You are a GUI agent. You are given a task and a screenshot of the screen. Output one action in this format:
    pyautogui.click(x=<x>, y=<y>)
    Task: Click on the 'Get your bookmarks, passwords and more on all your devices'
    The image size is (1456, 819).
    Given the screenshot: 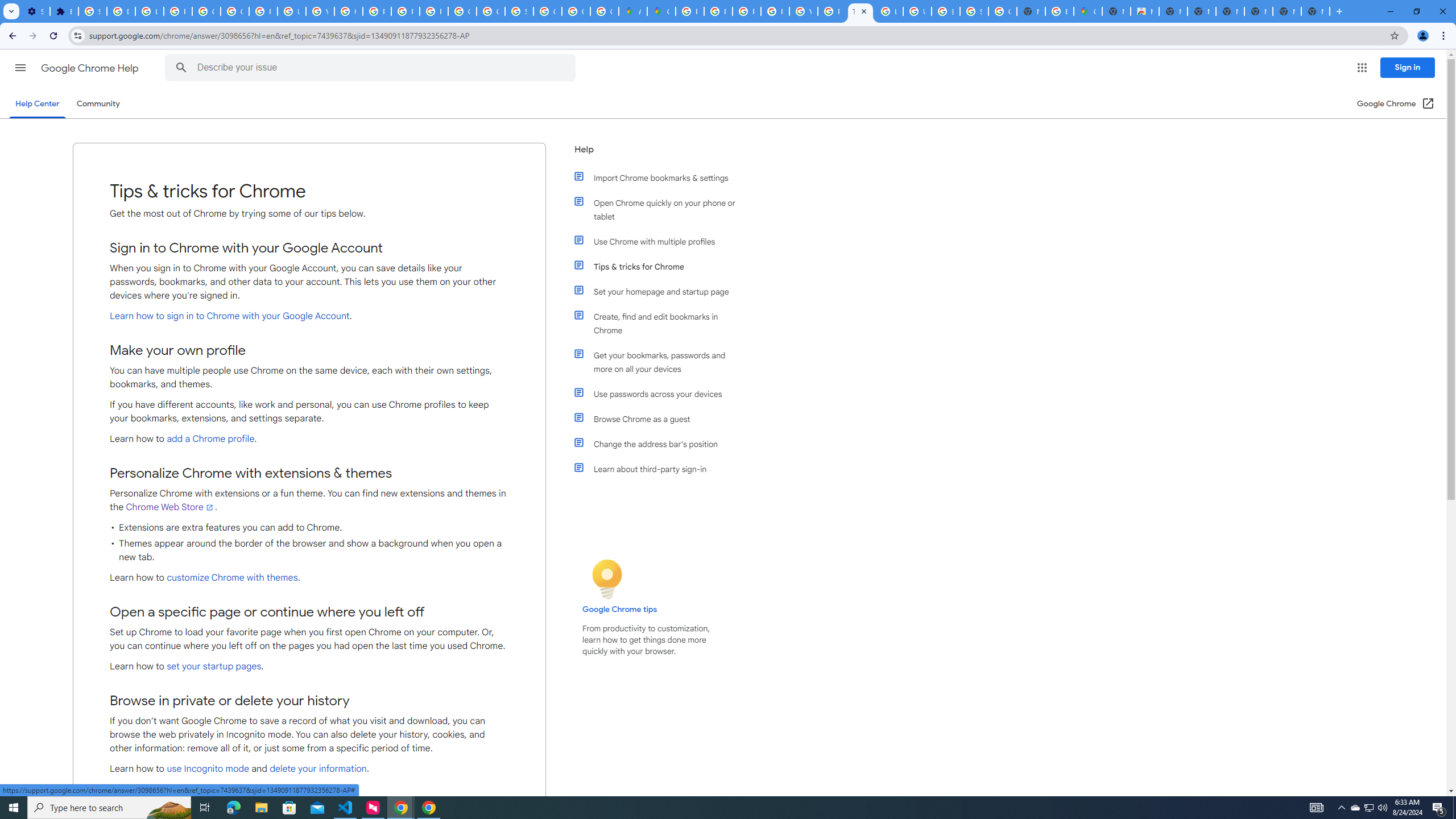 What is the action you would take?
    pyautogui.click(x=661, y=362)
    